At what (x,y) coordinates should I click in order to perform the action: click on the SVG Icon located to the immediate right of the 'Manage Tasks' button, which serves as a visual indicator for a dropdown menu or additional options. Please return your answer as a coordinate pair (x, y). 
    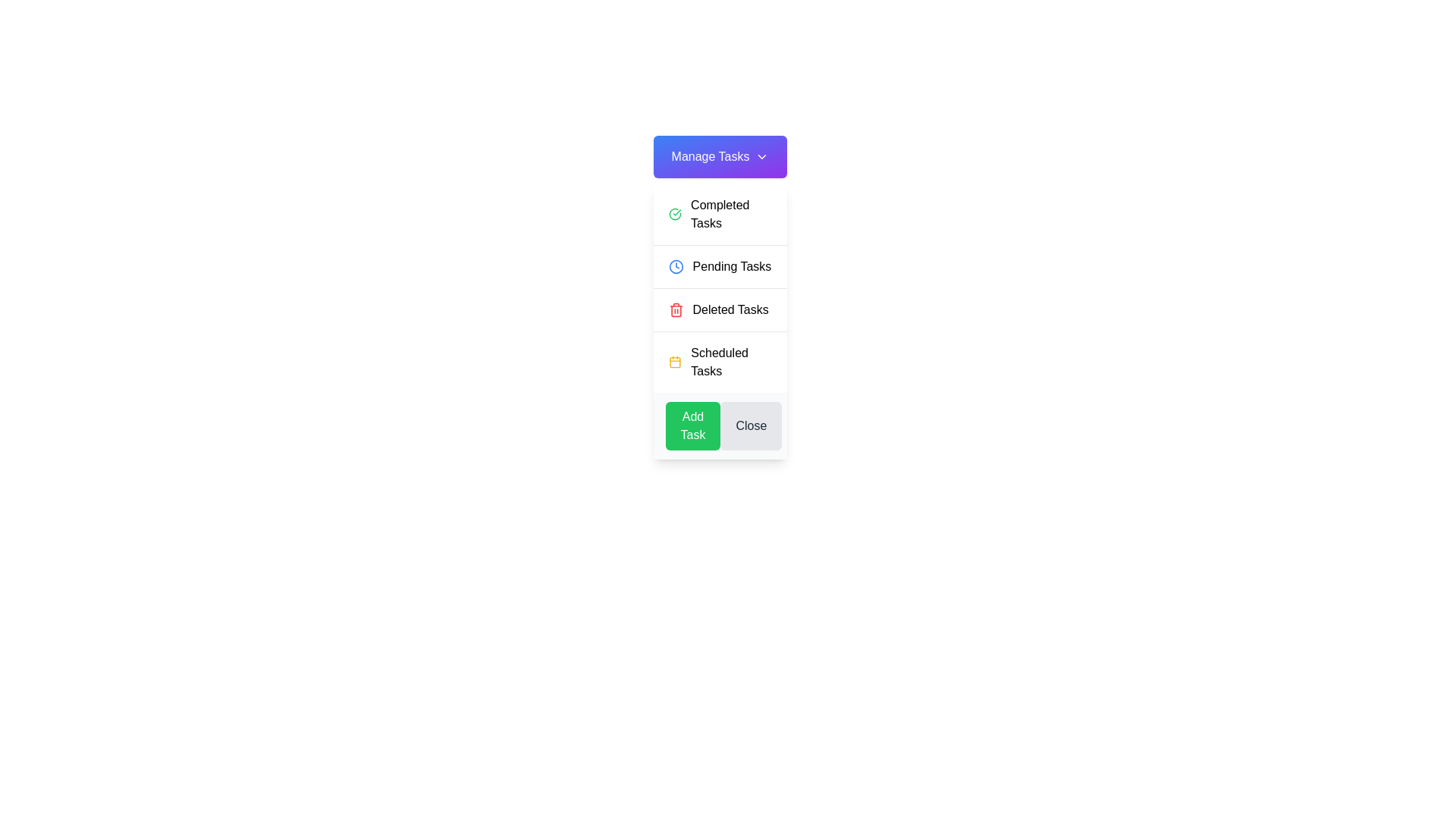
    Looking at the image, I should click on (762, 157).